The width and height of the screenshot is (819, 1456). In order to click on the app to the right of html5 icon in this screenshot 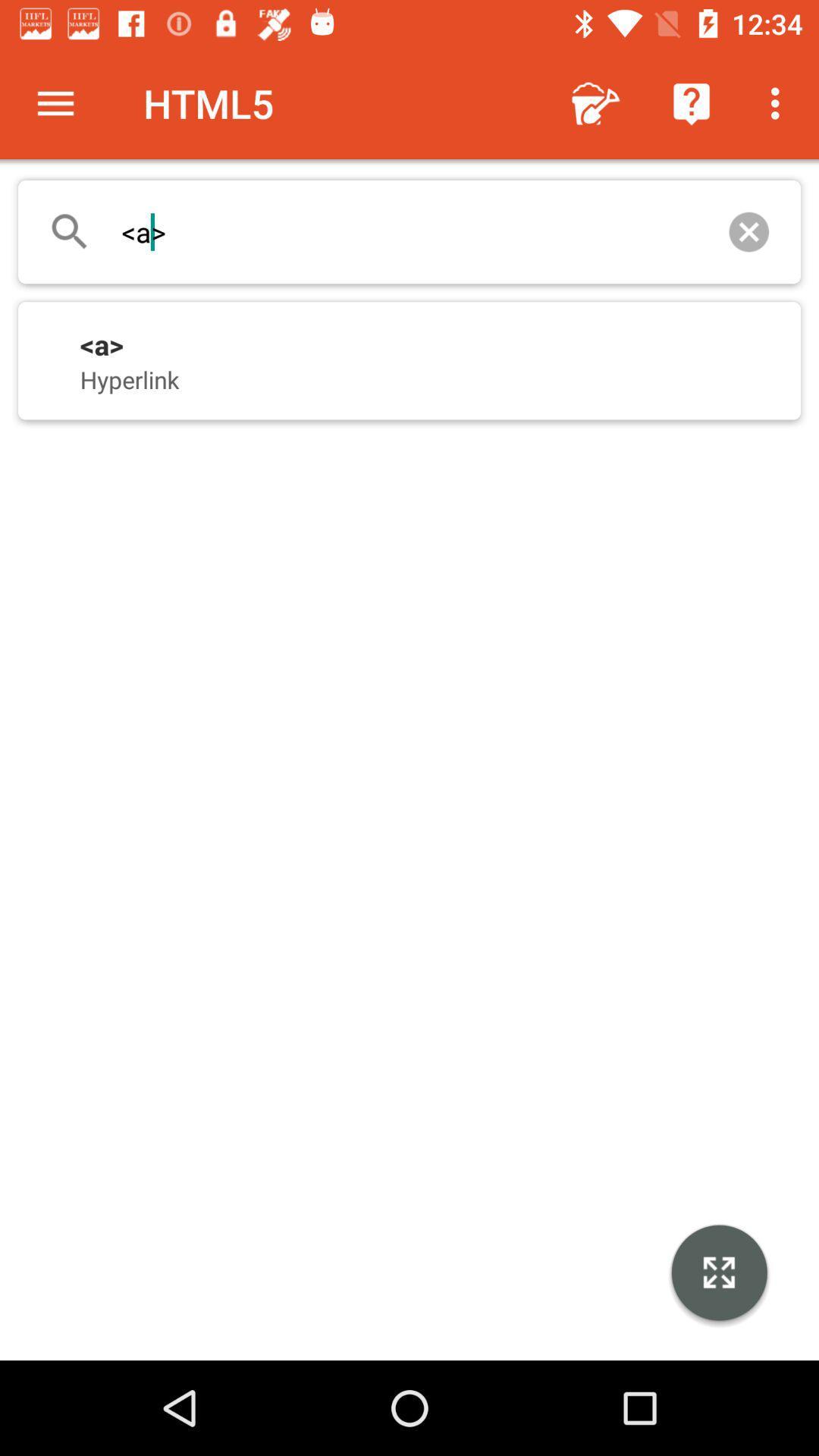, I will do `click(595, 102)`.